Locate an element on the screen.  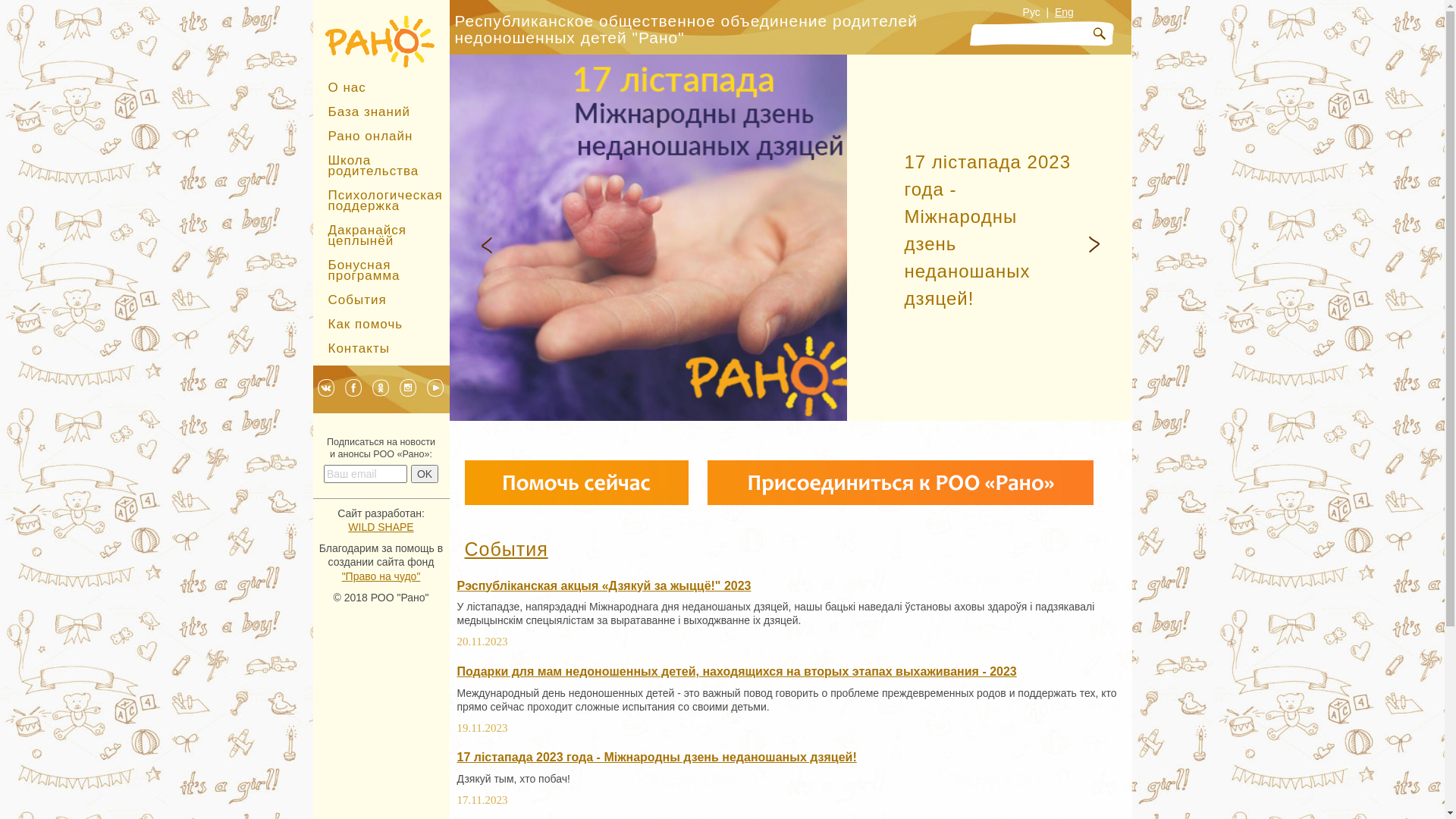
'WILD SHAPE' is located at coordinates (347, 526).